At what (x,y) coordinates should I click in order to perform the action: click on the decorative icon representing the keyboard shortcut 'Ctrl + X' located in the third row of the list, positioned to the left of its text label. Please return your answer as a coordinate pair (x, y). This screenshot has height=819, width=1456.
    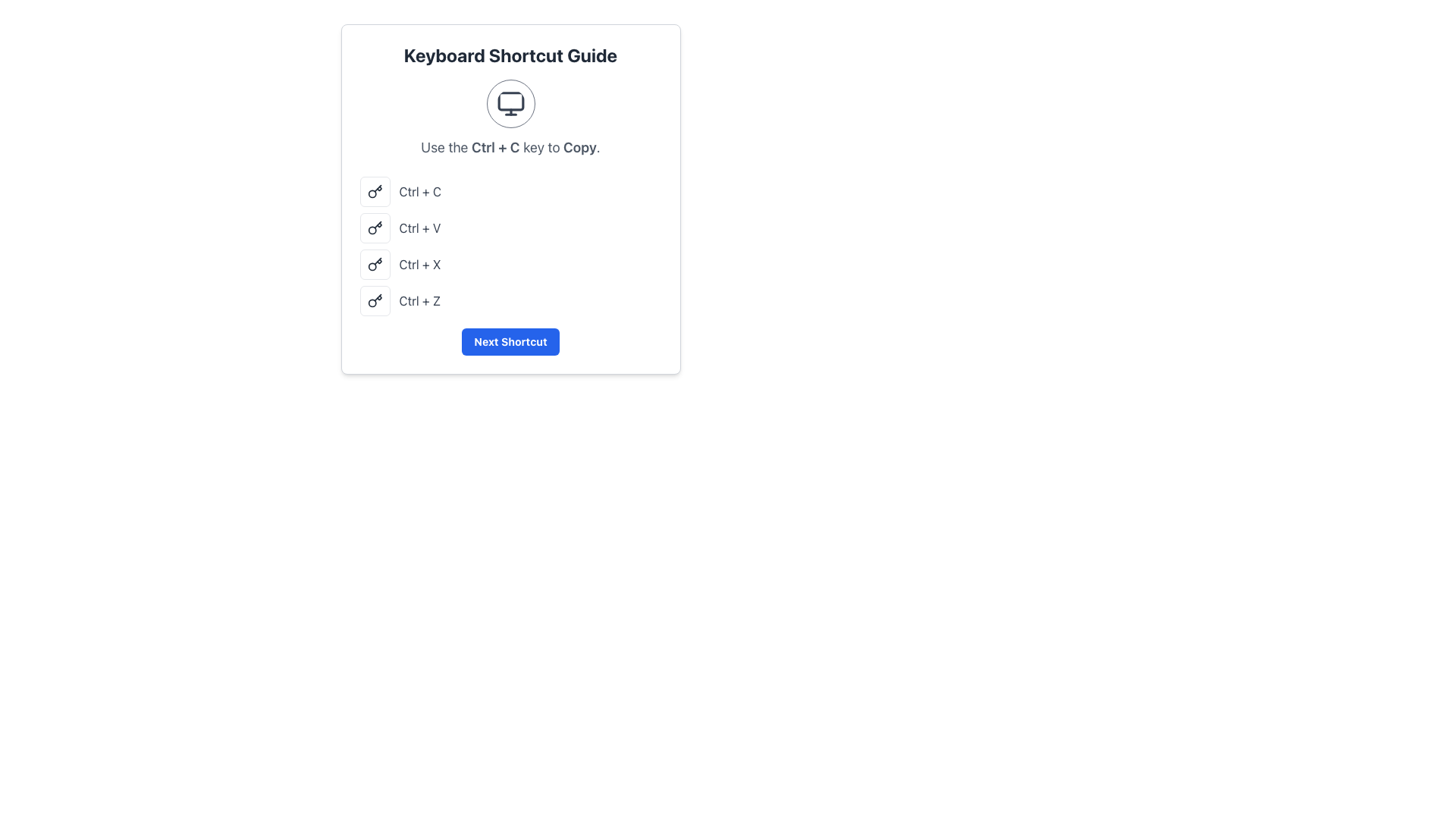
    Looking at the image, I should click on (375, 263).